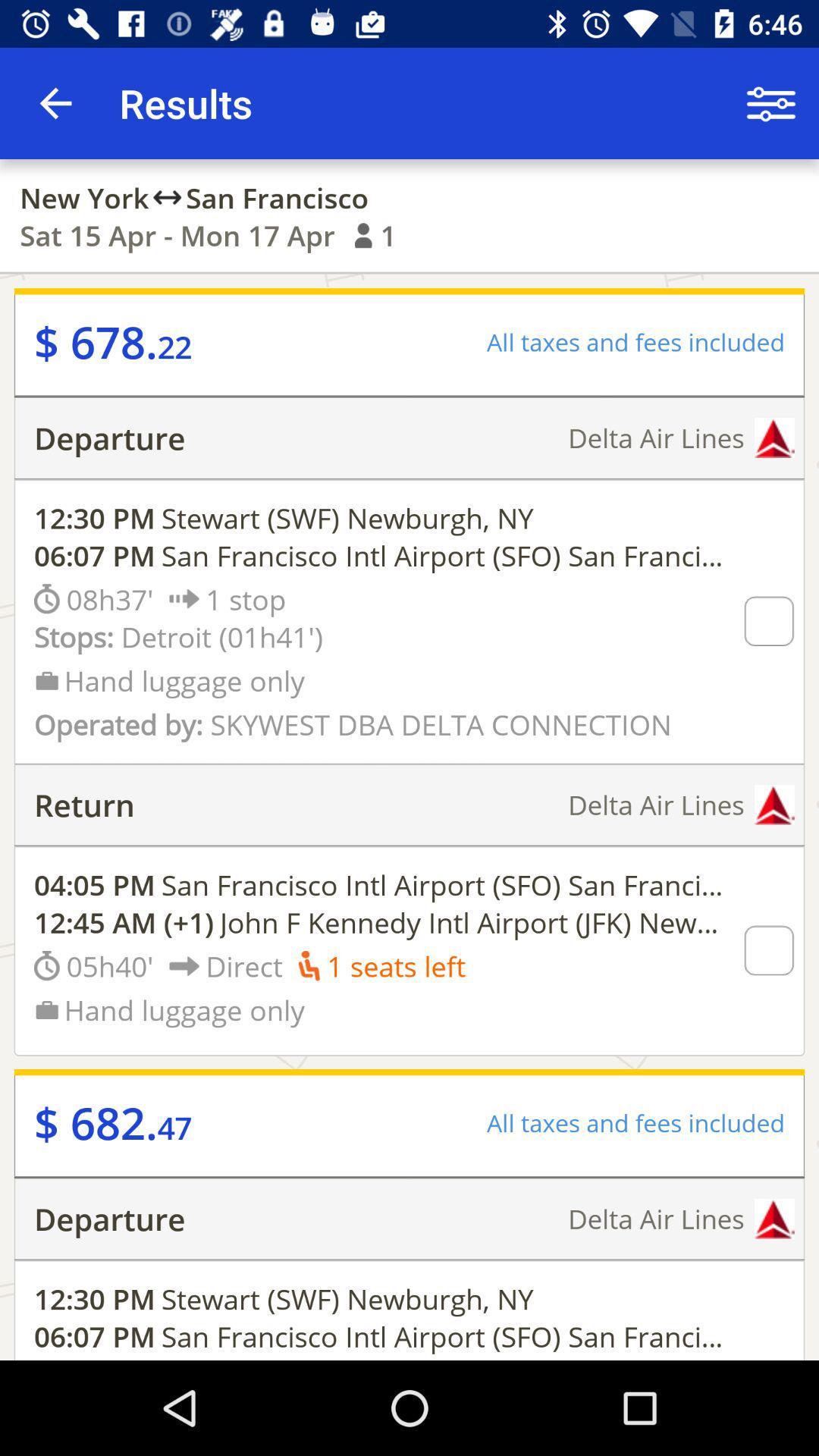 This screenshot has height=1456, width=819. What do you see at coordinates (55, 102) in the screenshot?
I see `the icon next to the results item` at bounding box center [55, 102].